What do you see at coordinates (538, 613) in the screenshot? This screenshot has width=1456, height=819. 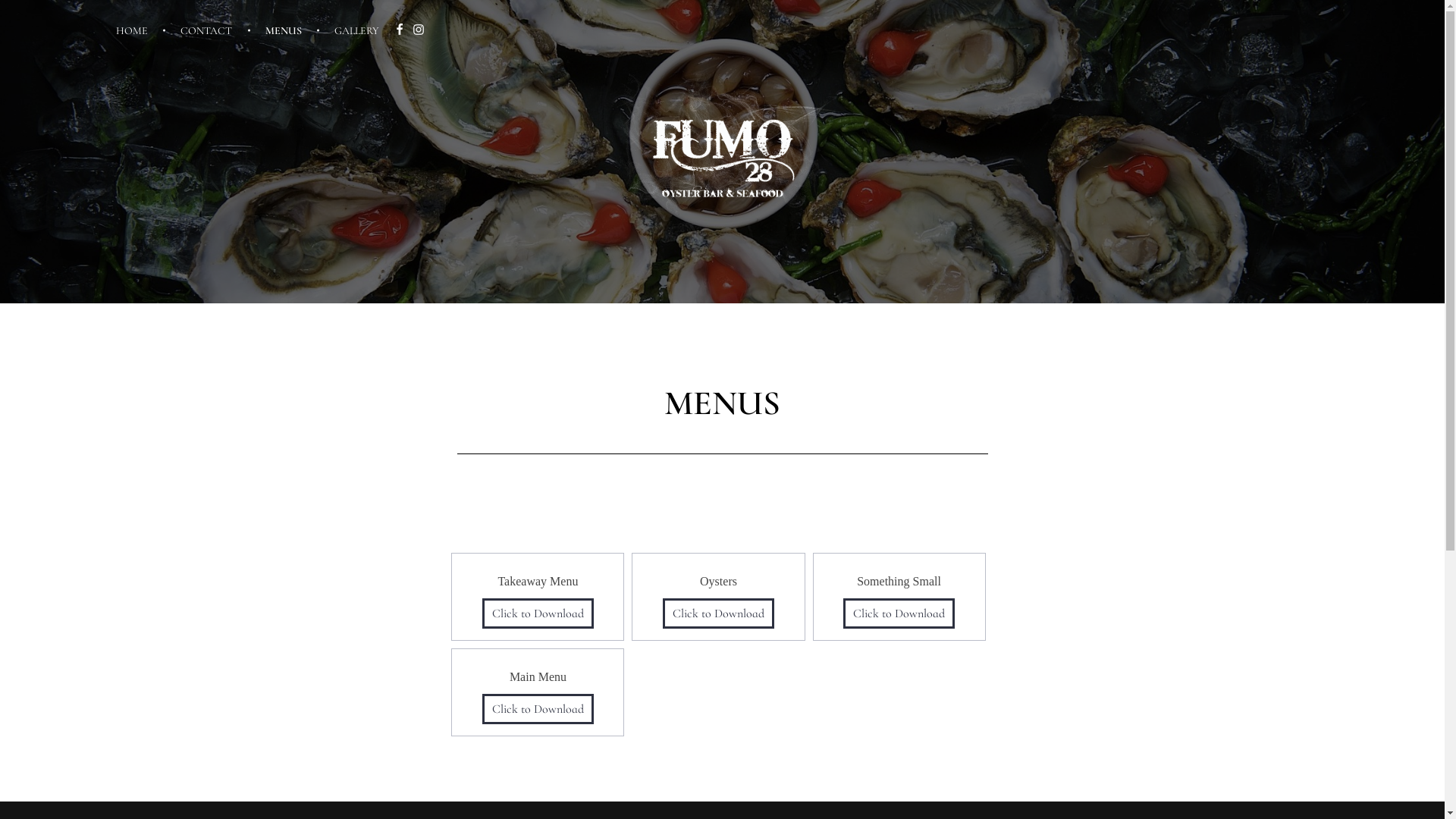 I see `'Click to Download'` at bounding box center [538, 613].